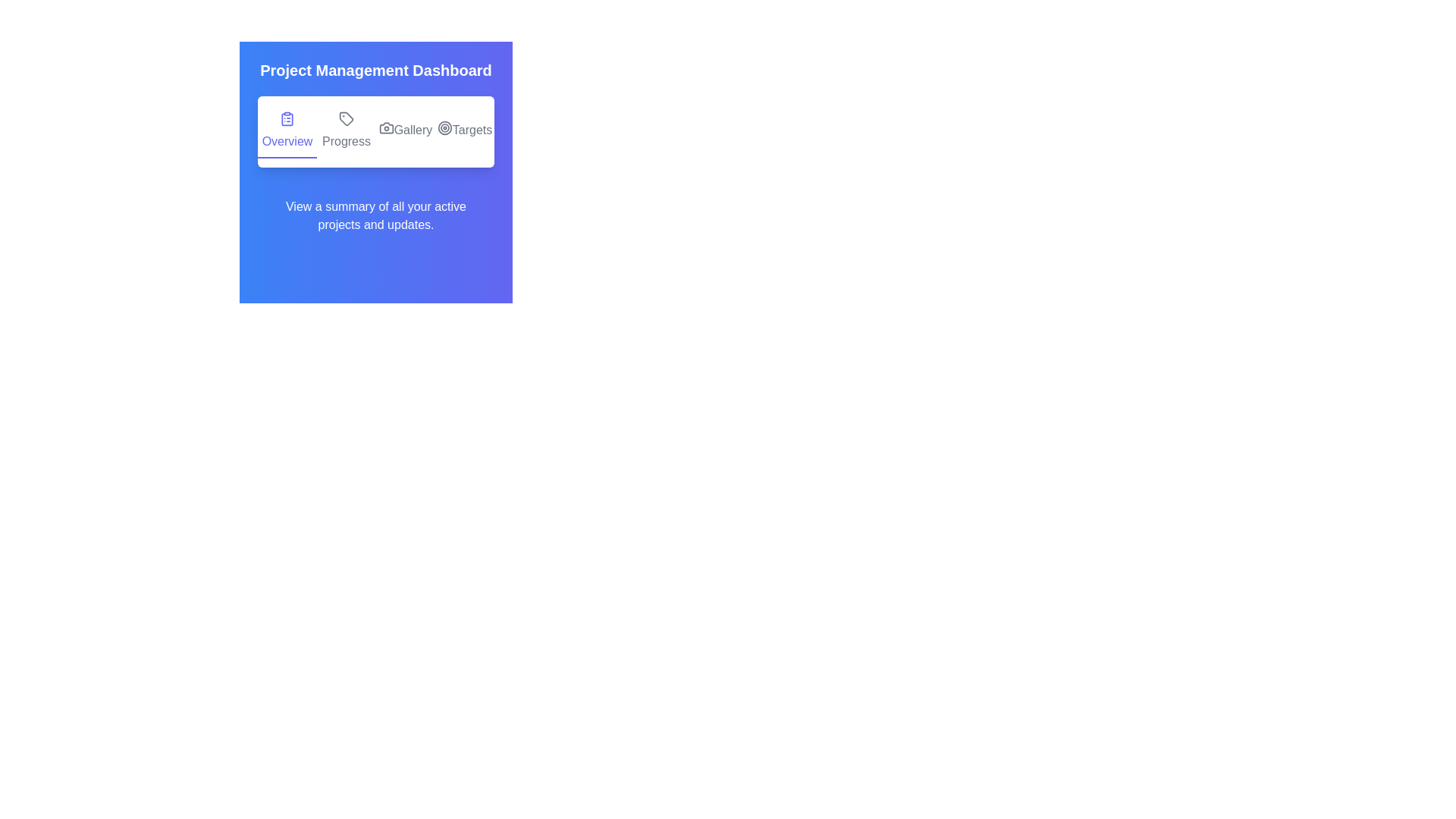 This screenshot has width=1456, height=819. Describe the element at coordinates (464, 130) in the screenshot. I see `the tab corresponding to Targets` at that location.